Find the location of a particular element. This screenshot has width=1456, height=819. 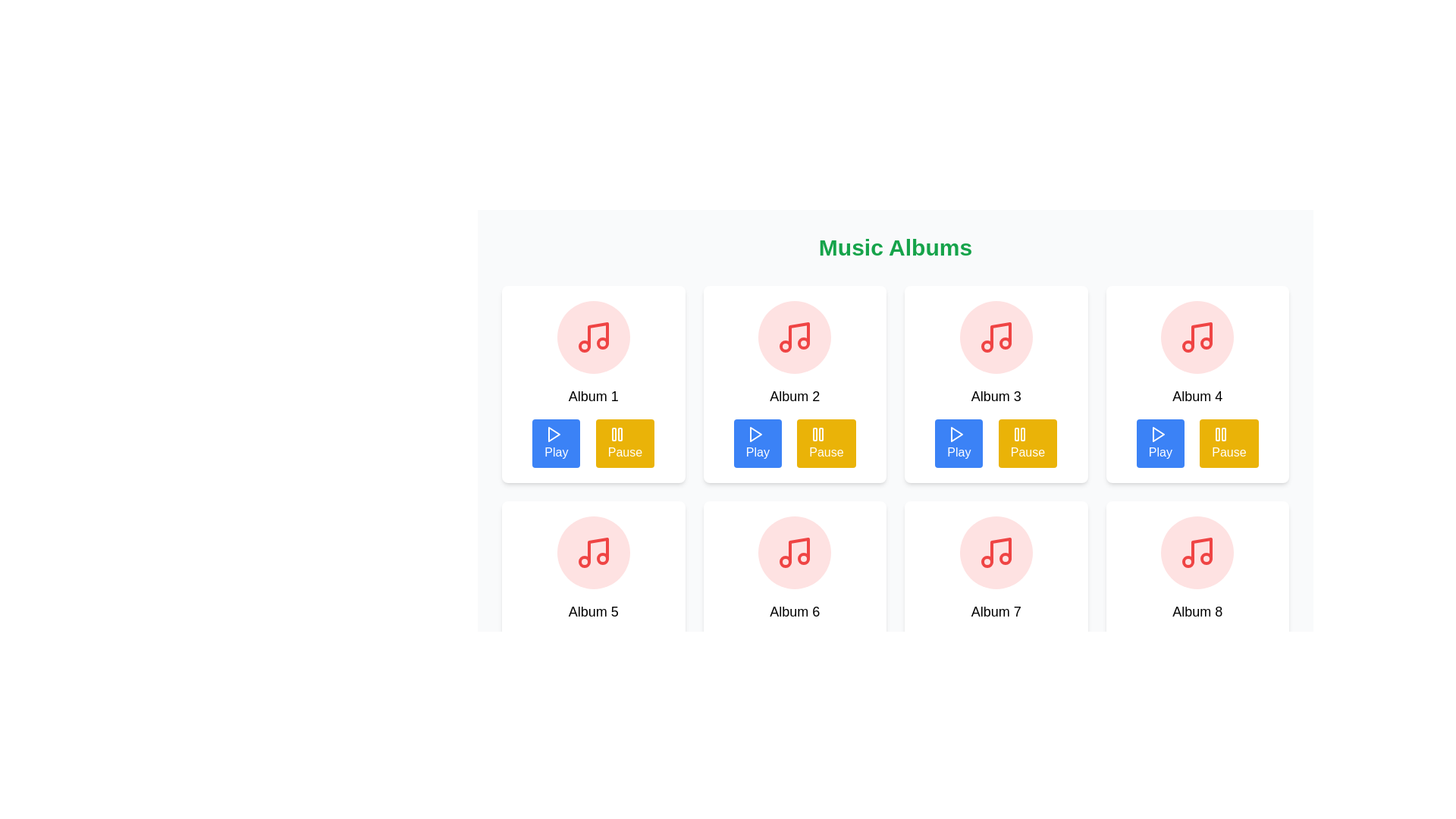

the dual-button control component's 'Play' button is located at coordinates (794, 444).